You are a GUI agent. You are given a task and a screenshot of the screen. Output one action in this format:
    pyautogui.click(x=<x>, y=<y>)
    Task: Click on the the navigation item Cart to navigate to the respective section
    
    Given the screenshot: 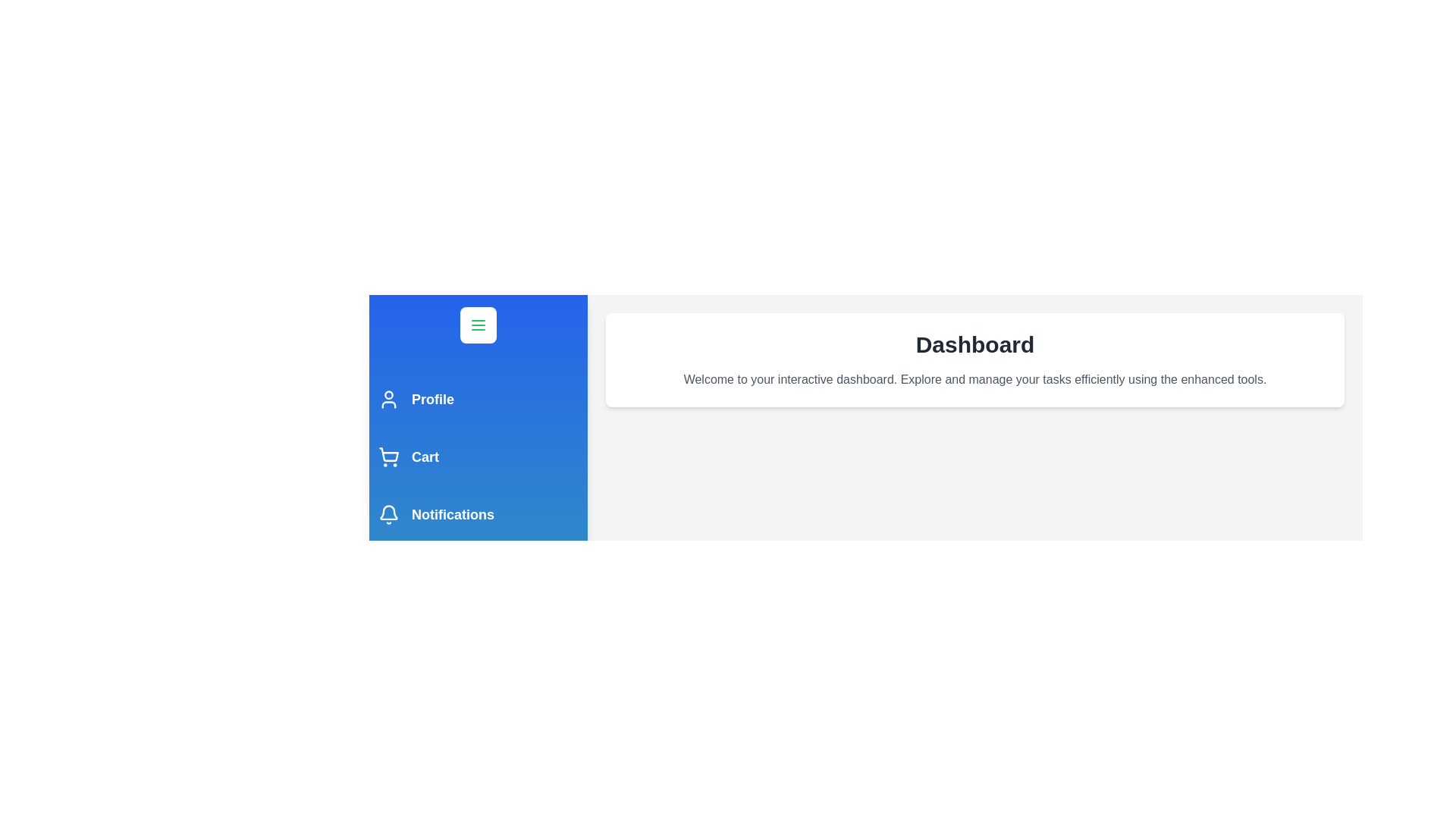 What is the action you would take?
    pyautogui.click(x=477, y=456)
    